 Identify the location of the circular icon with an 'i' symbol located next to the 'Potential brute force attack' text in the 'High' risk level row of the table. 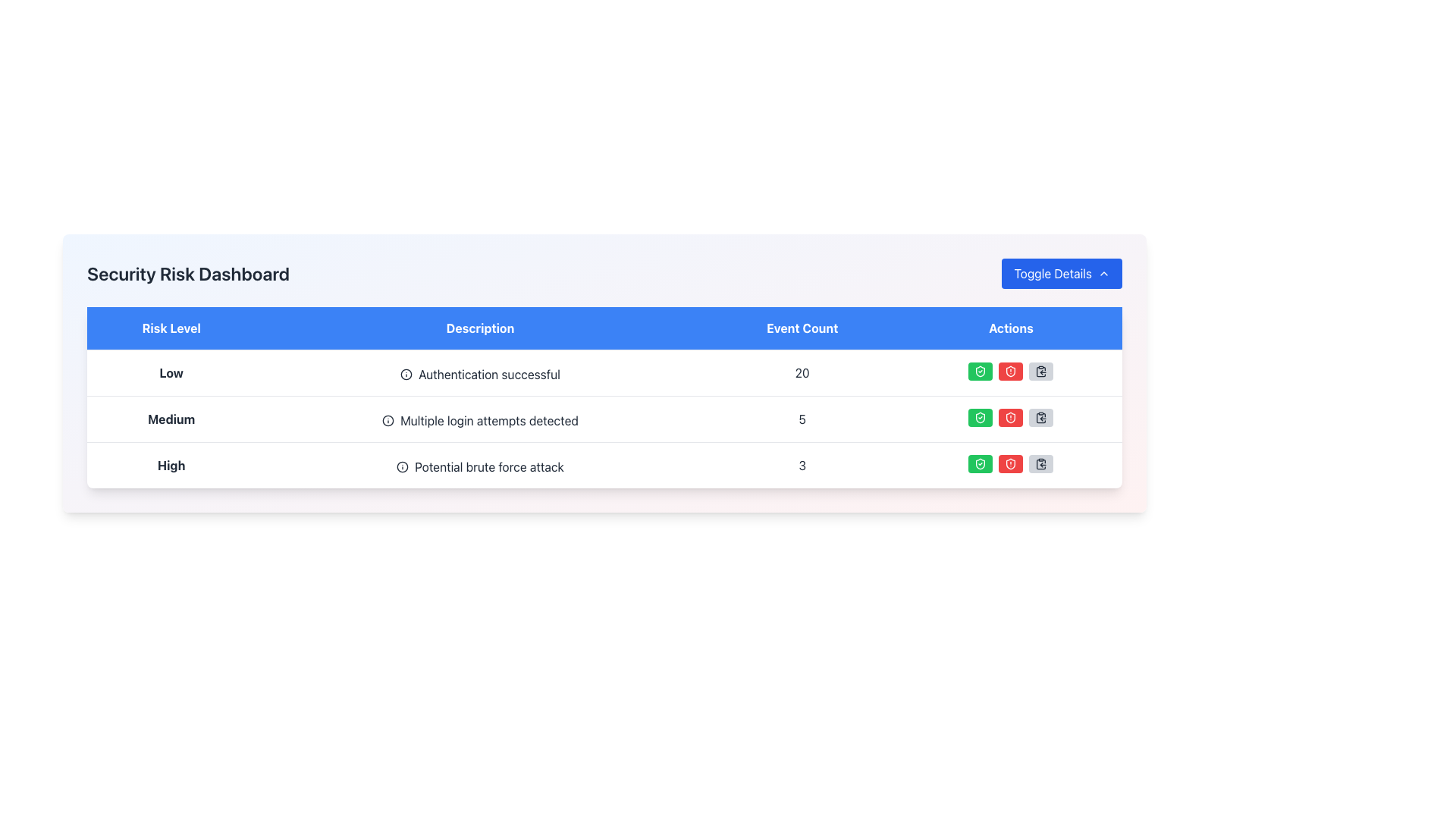
(403, 466).